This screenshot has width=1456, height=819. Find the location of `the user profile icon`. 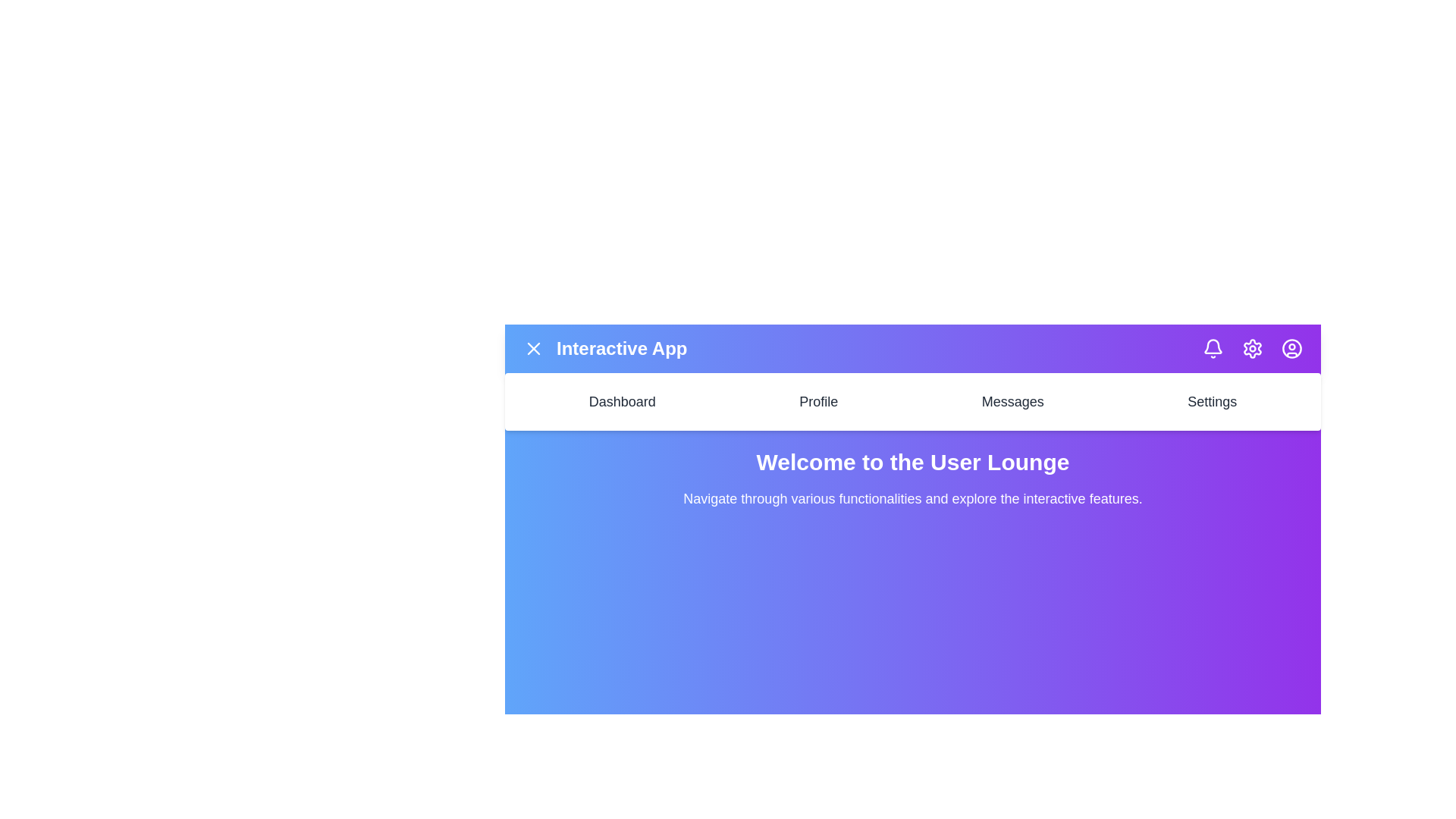

the user profile icon is located at coordinates (1291, 348).